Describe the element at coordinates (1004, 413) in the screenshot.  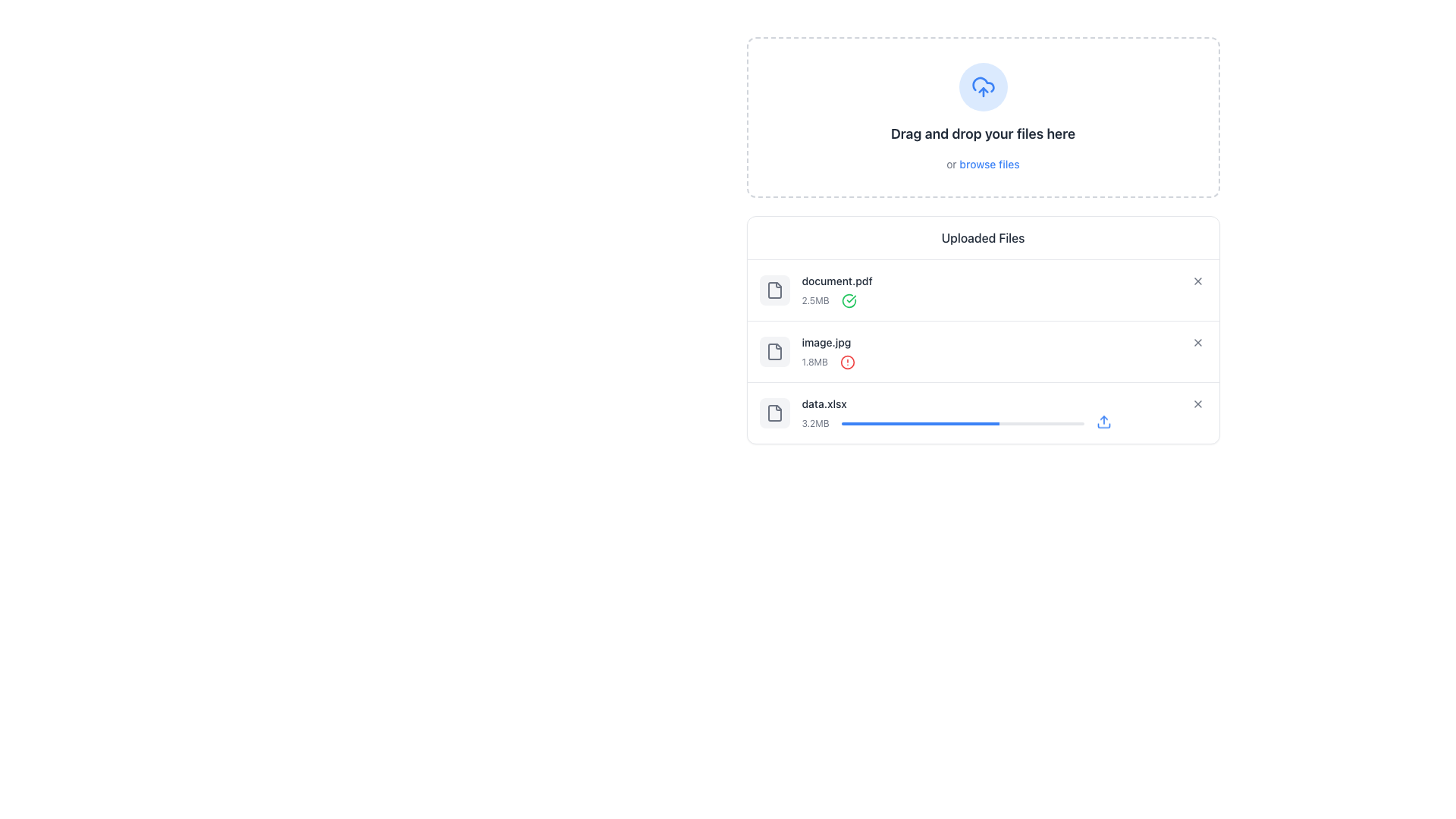
I see `the progress bar of the third file item in the 'Uploaded Files' section to interact with it` at that location.